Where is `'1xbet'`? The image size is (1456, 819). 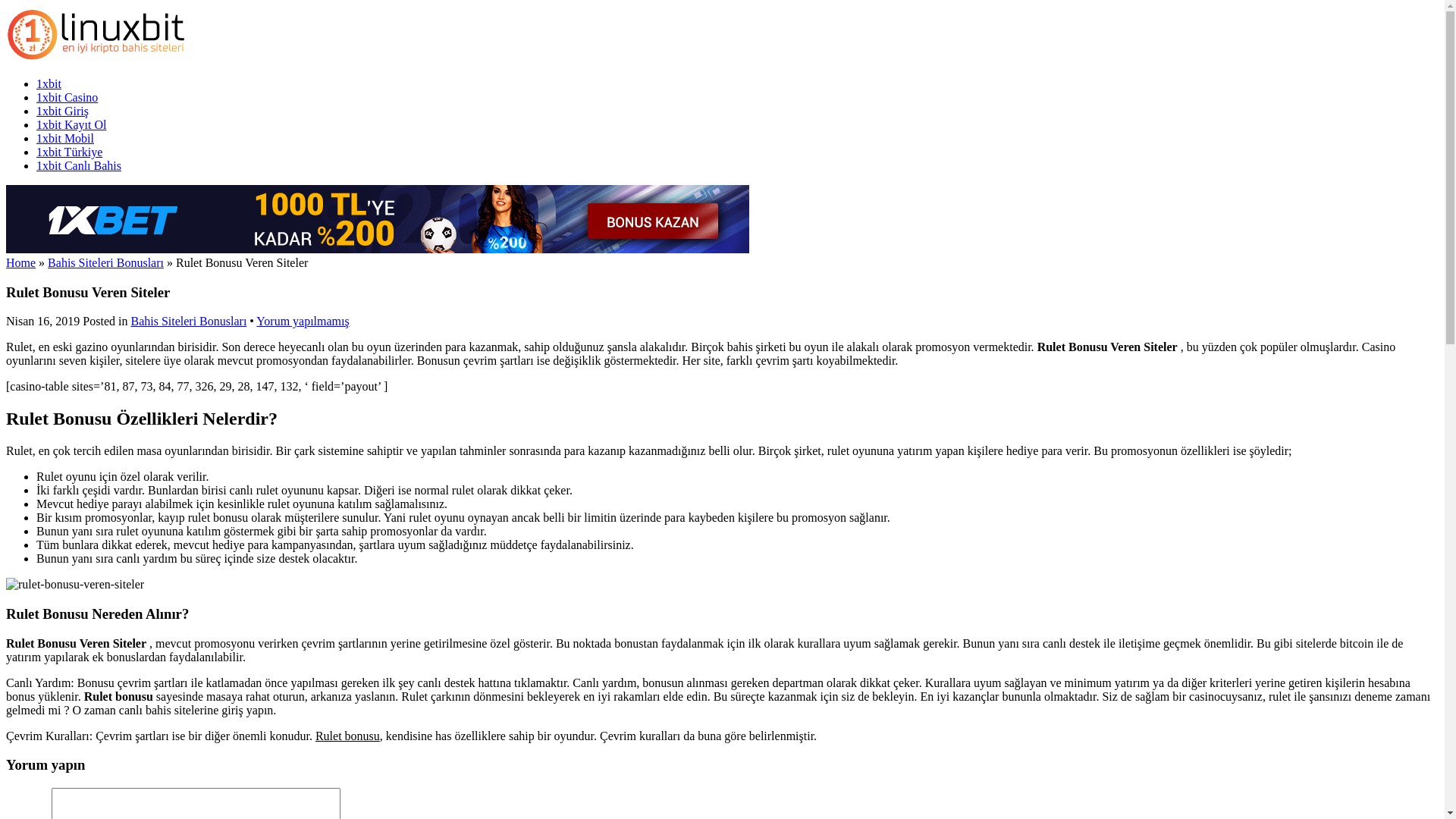
'1xbet' is located at coordinates (378, 248).